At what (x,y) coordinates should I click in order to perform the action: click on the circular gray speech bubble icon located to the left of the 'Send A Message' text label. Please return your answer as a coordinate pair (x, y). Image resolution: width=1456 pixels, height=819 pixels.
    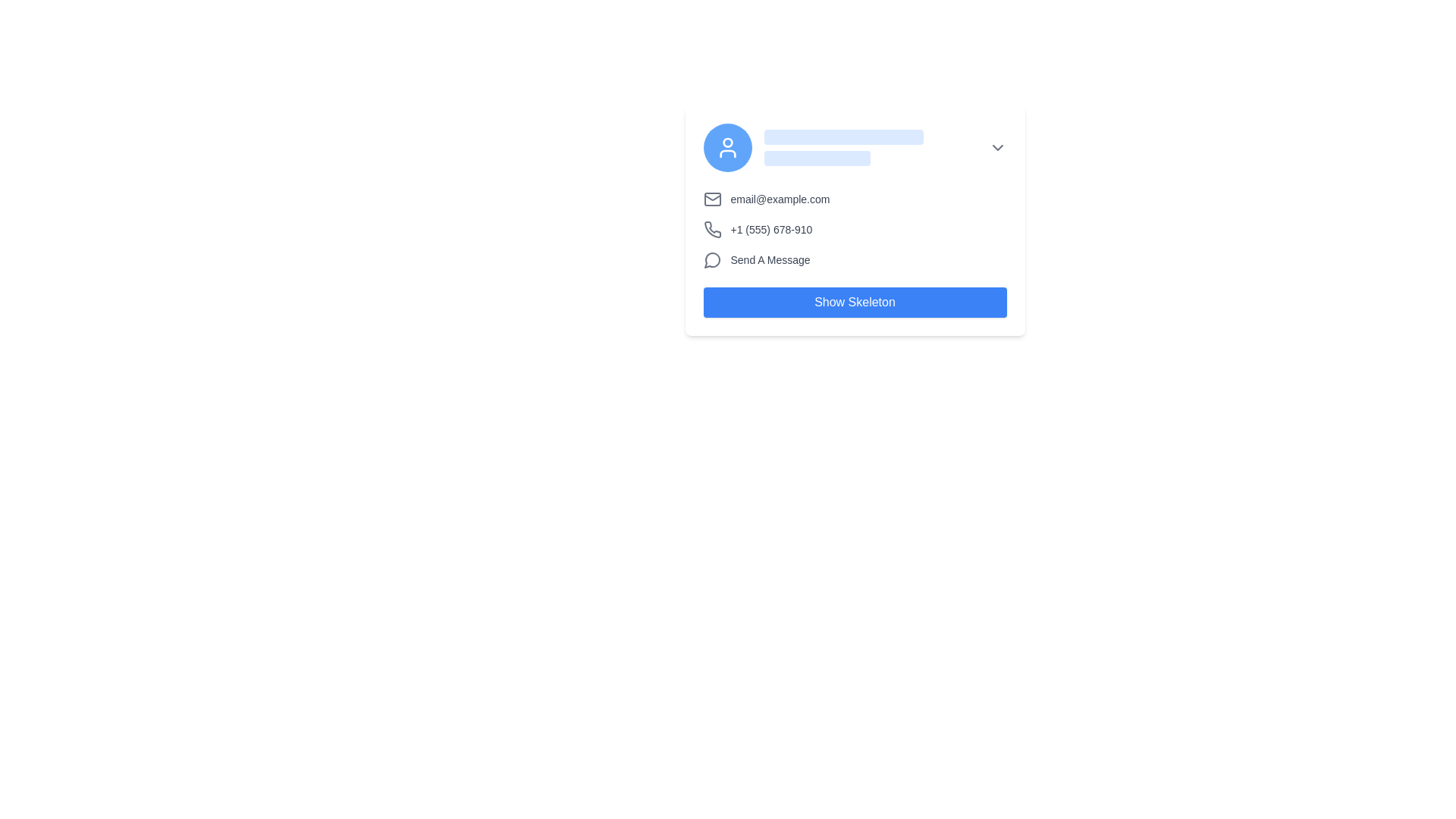
    Looking at the image, I should click on (711, 259).